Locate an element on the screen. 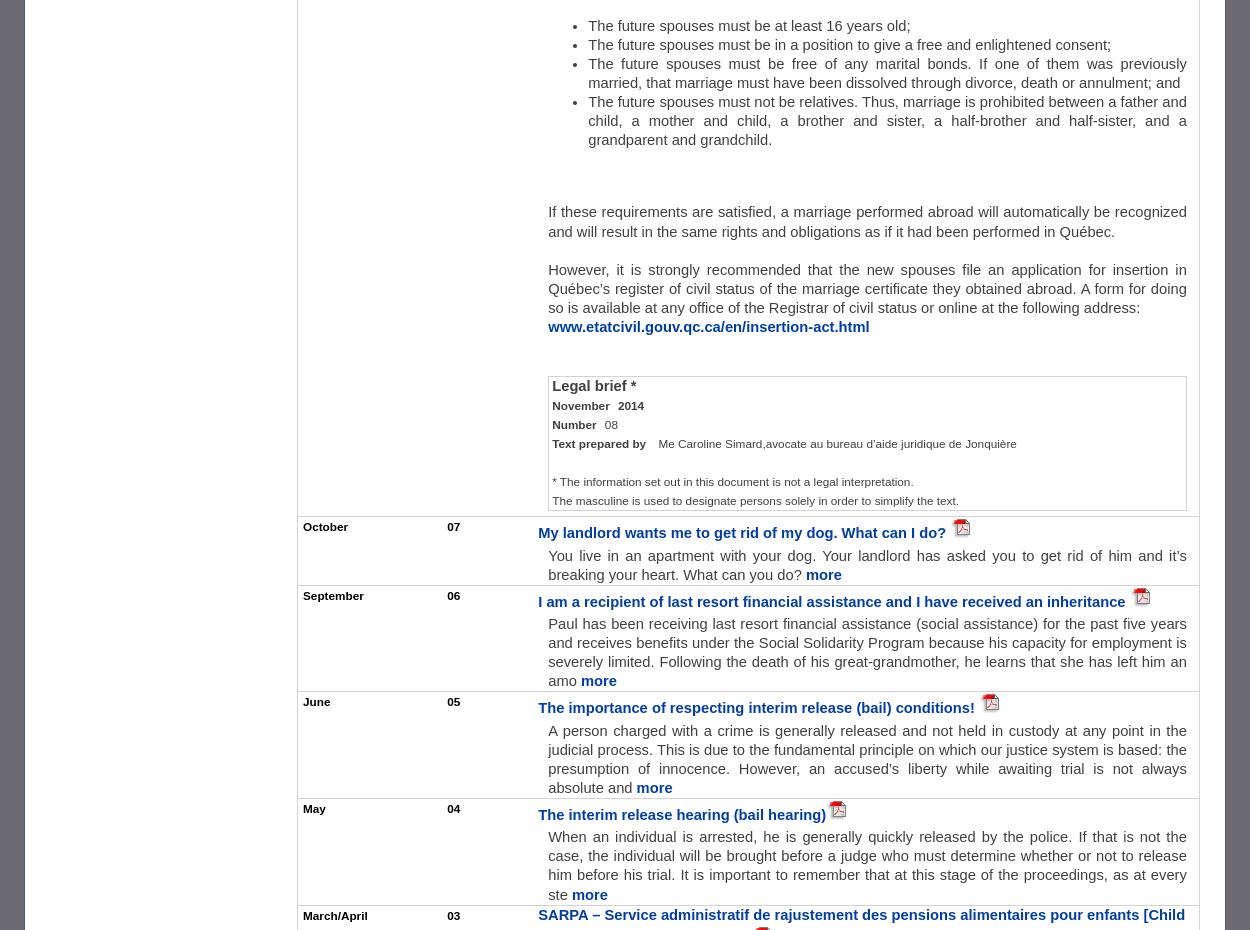  'Me Caroline Simard,avocate au bureau d’aide juridique de Jonquière' is located at coordinates (836, 442).